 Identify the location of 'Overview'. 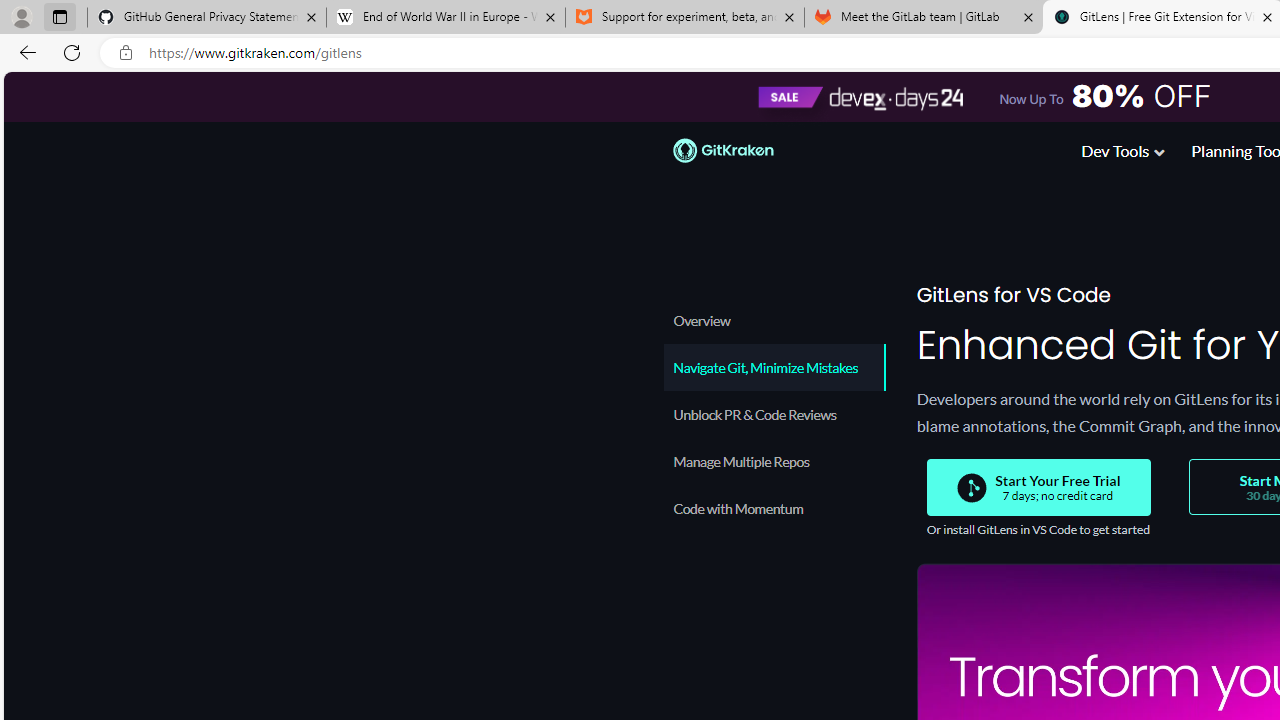
(773, 319).